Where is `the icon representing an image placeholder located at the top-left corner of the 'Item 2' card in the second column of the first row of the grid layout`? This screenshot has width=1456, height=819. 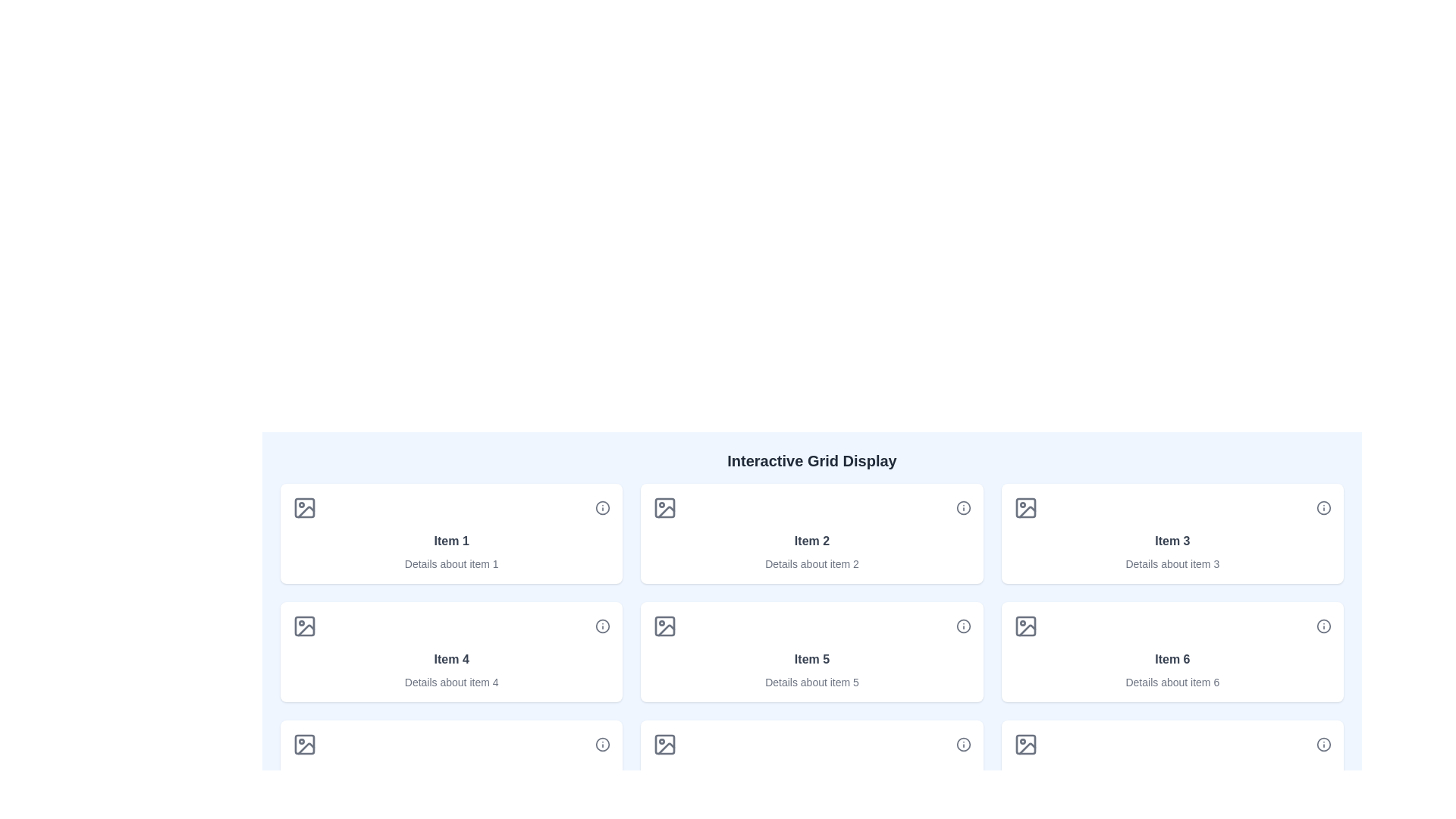 the icon representing an image placeholder located at the top-left corner of the 'Item 2' card in the second column of the first row of the grid layout is located at coordinates (665, 508).